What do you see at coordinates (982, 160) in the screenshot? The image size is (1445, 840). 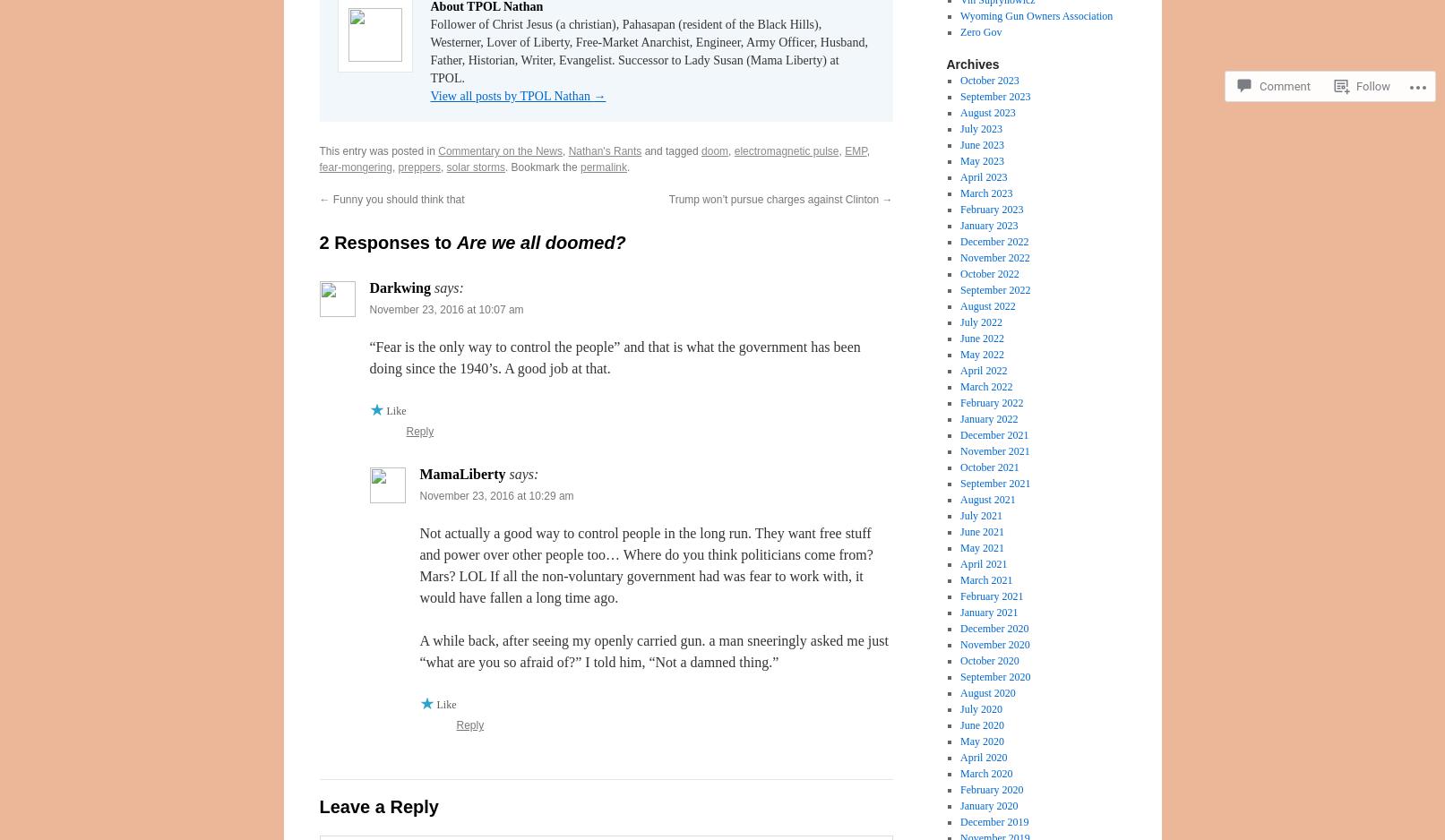 I see `'May 2023'` at bounding box center [982, 160].